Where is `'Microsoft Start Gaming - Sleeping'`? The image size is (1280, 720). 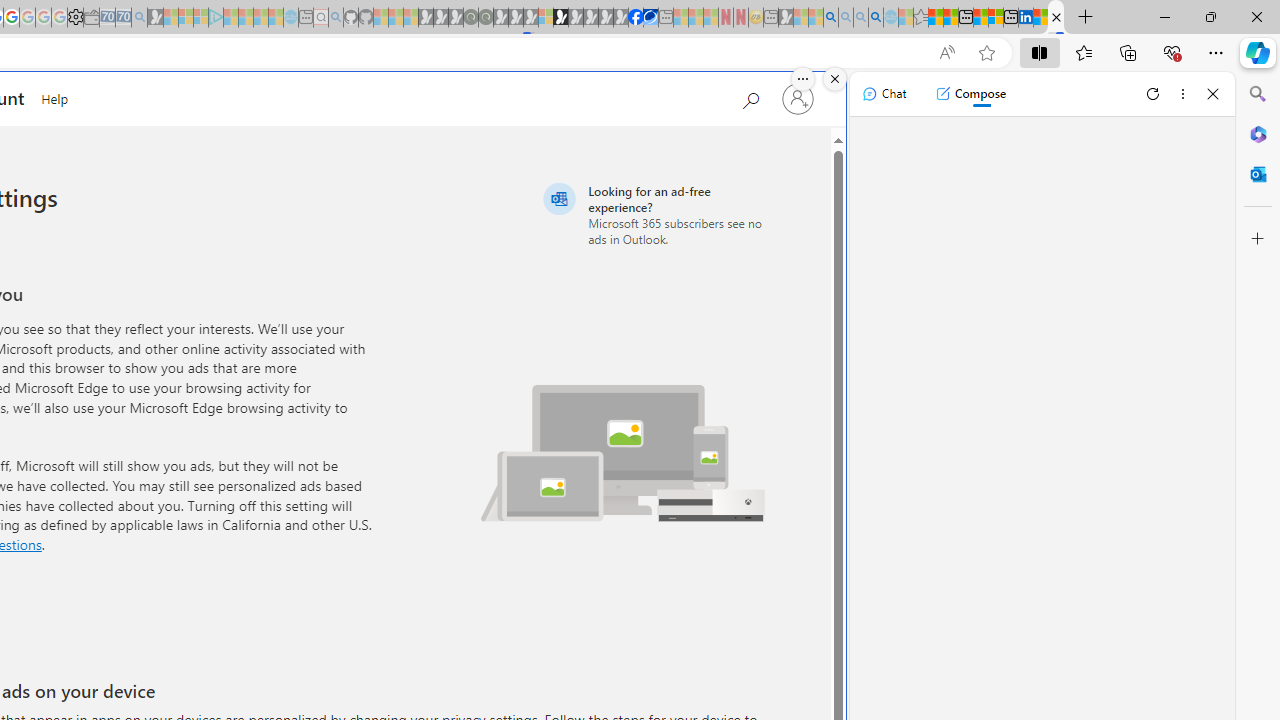
'Microsoft Start Gaming - Sleeping' is located at coordinates (154, 17).